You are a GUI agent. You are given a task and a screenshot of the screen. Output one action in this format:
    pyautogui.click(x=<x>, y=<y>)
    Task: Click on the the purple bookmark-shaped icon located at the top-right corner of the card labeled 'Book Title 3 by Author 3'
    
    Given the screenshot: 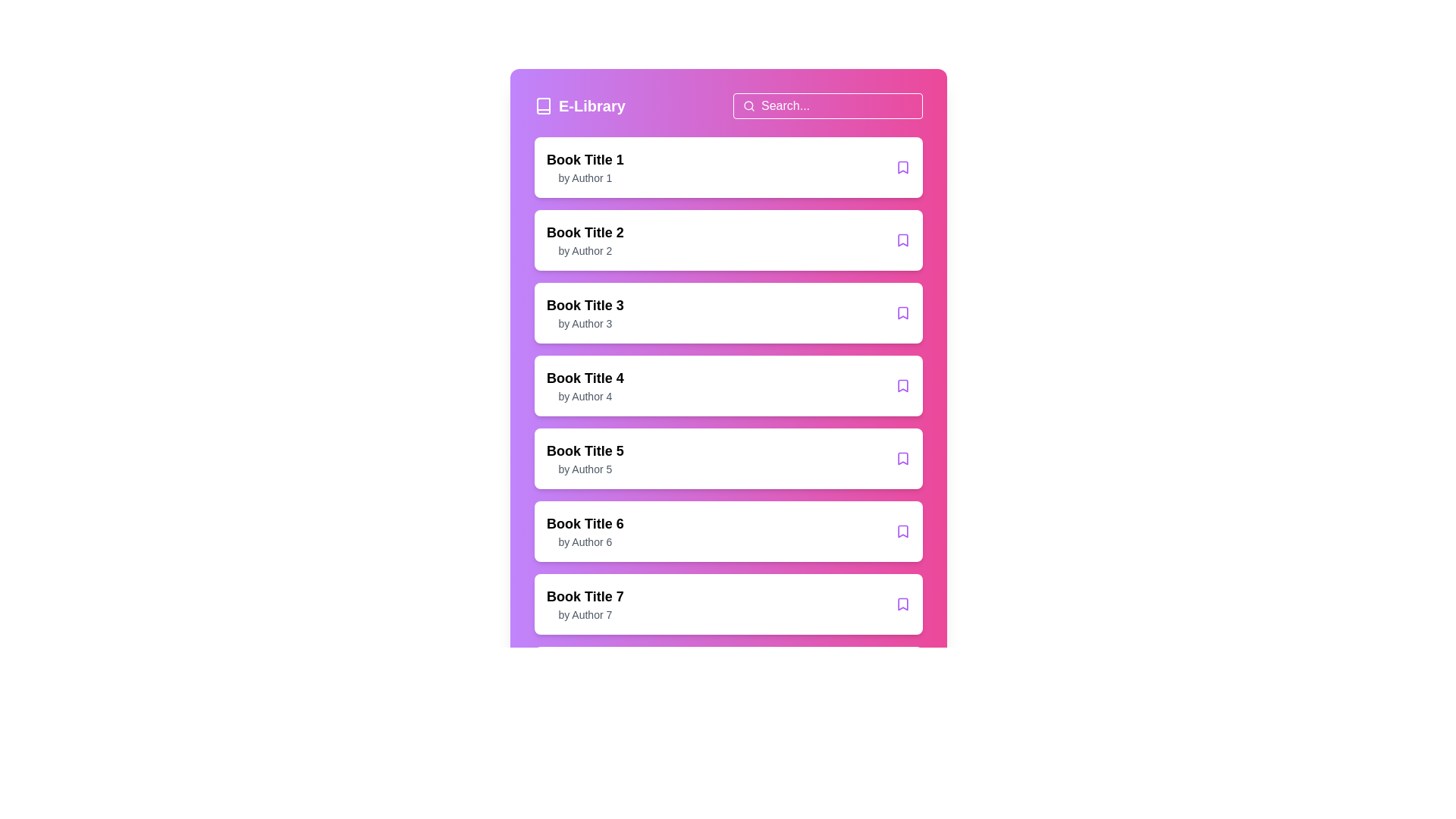 What is the action you would take?
    pyautogui.click(x=902, y=312)
    